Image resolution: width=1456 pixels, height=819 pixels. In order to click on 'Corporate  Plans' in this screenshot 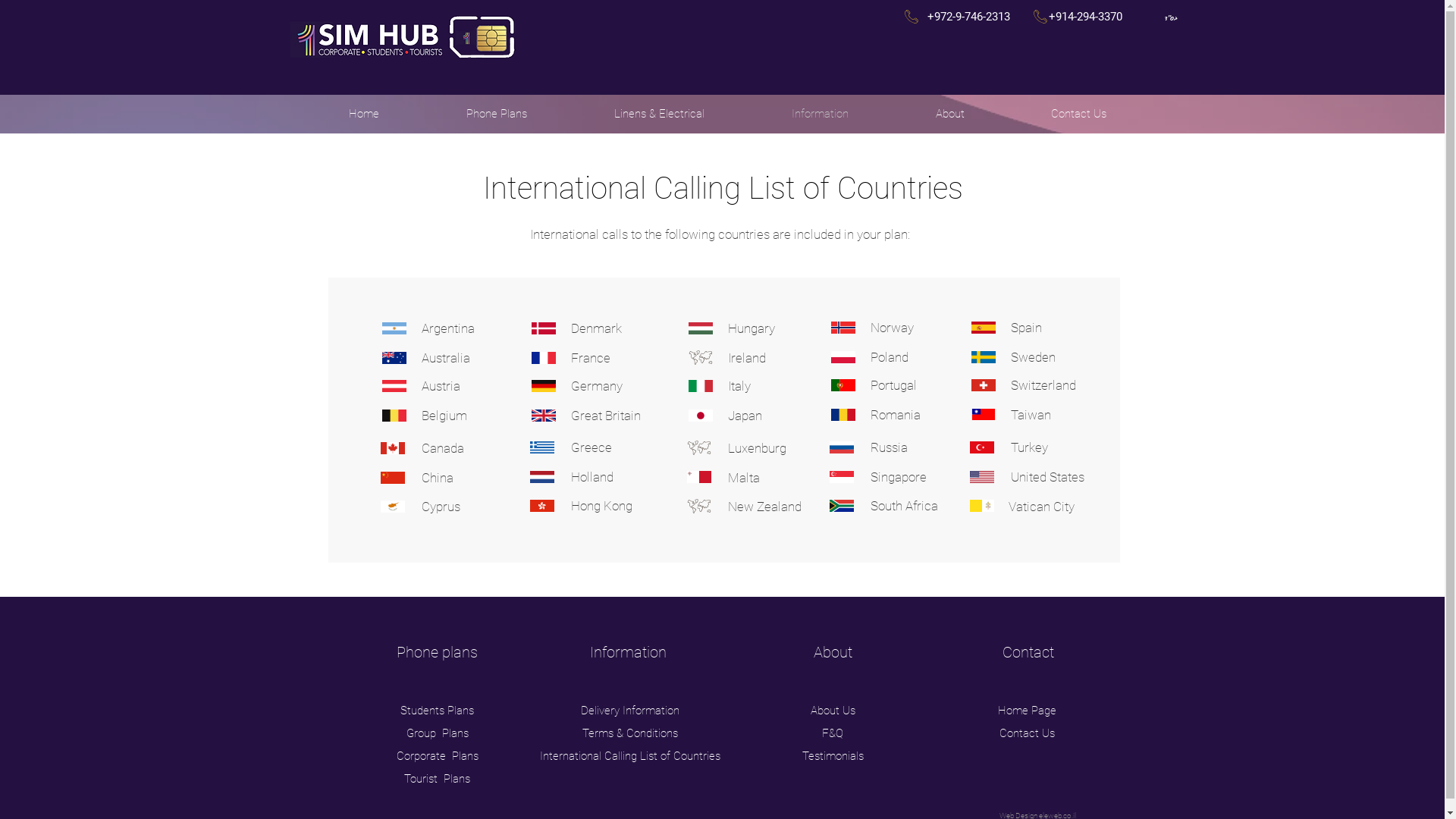, I will do `click(436, 755)`.